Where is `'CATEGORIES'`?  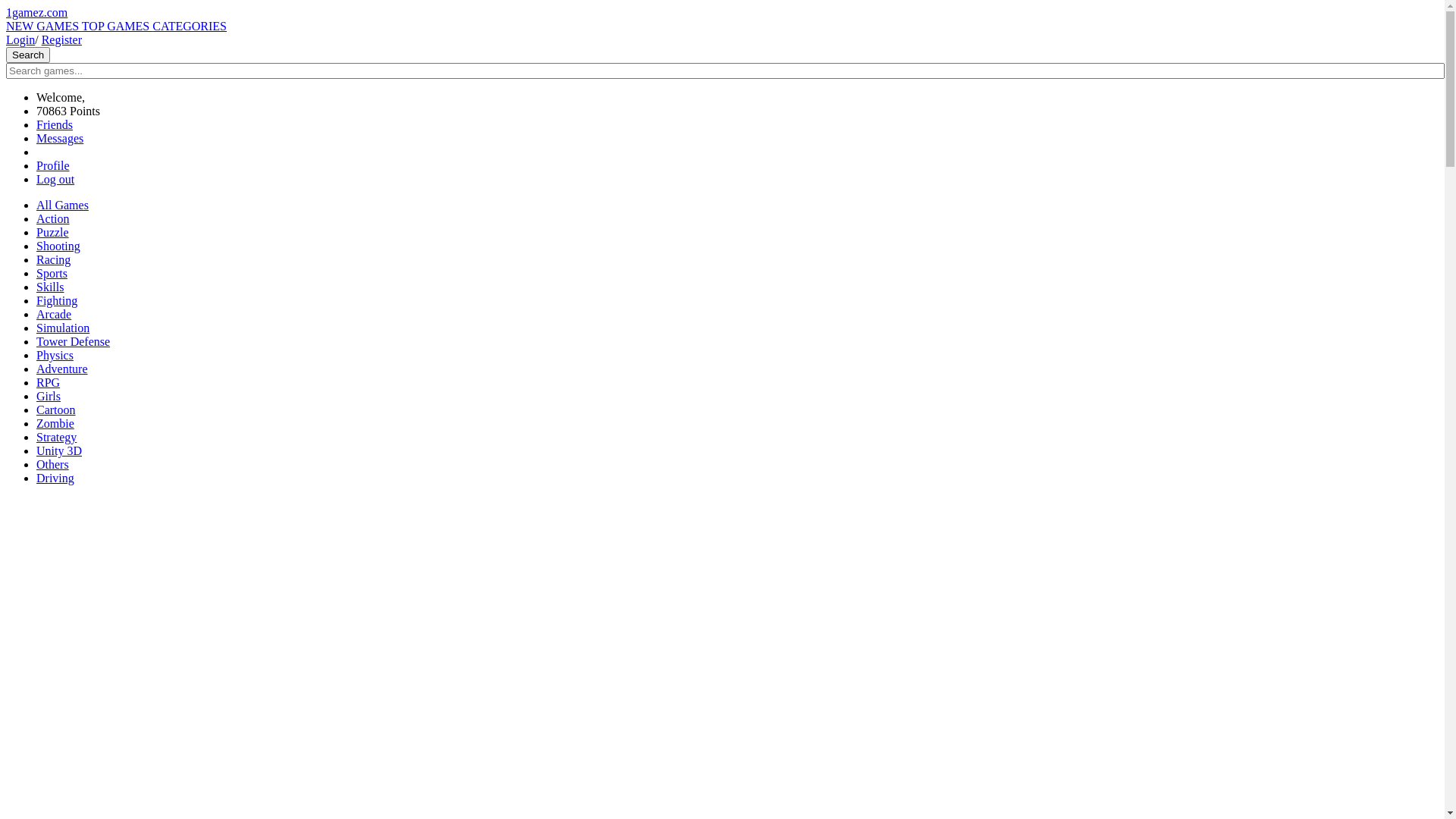
'CATEGORIES' is located at coordinates (188, 26).